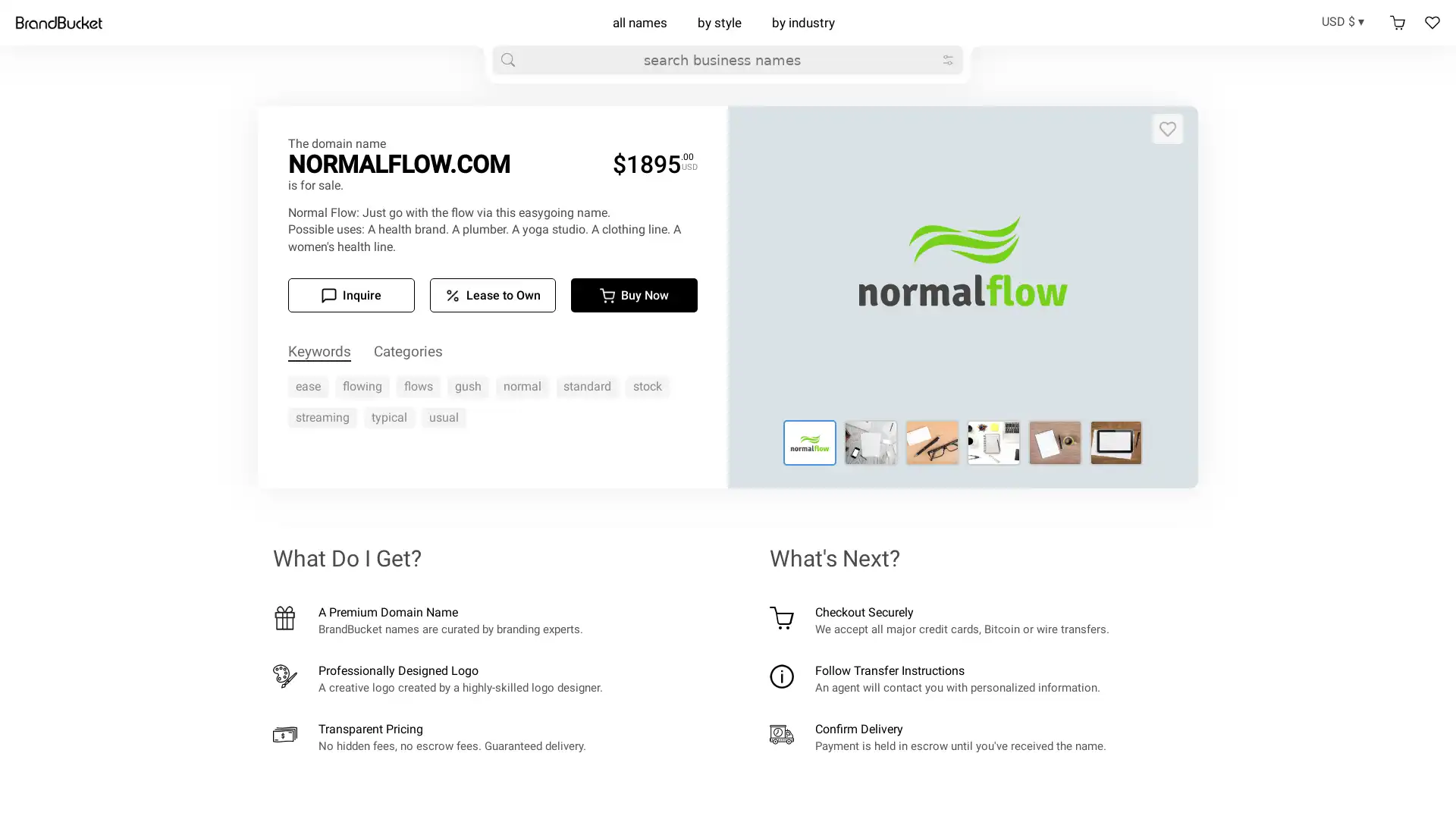 Image resolution: width=1456 pixels, height=819 pixels. What do you see at coordinates (408, 352) in the screenshot?
I see `Categories` at bounding box center [408, 352].